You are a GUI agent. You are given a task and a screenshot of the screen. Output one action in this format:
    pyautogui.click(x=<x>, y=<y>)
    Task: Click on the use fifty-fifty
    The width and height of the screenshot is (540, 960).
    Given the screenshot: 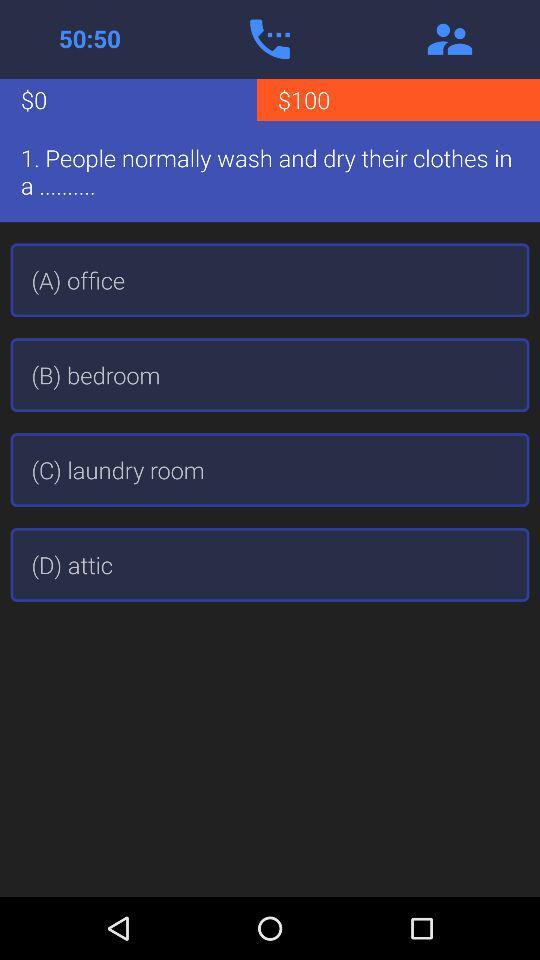 What is the action you would take?
    pyautogui.click(x=89, y=38)
    